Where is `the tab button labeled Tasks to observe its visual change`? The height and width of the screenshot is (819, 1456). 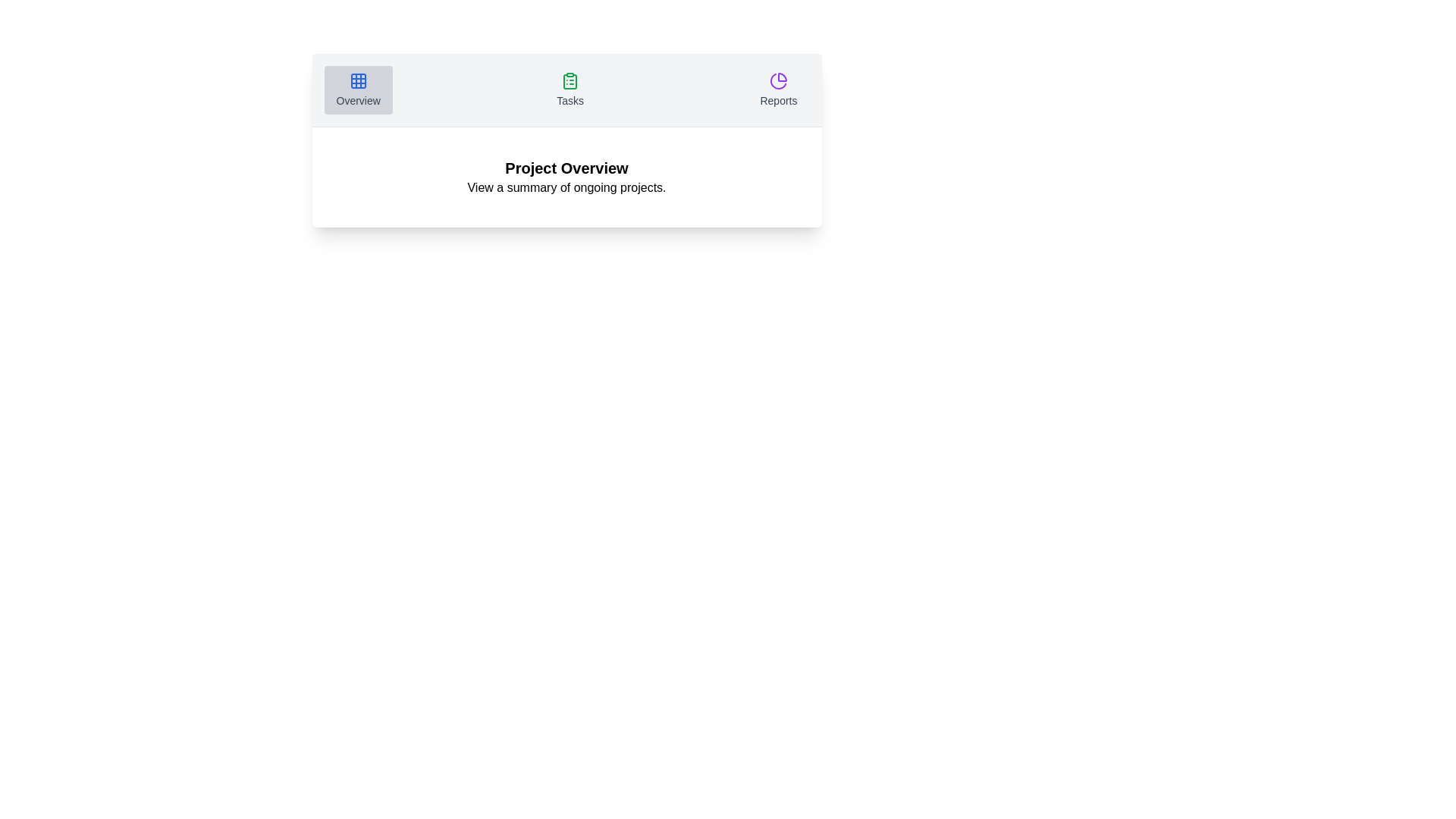 the tab button labeled Tasks to observe its visual change is located at coordinates (570, 90).